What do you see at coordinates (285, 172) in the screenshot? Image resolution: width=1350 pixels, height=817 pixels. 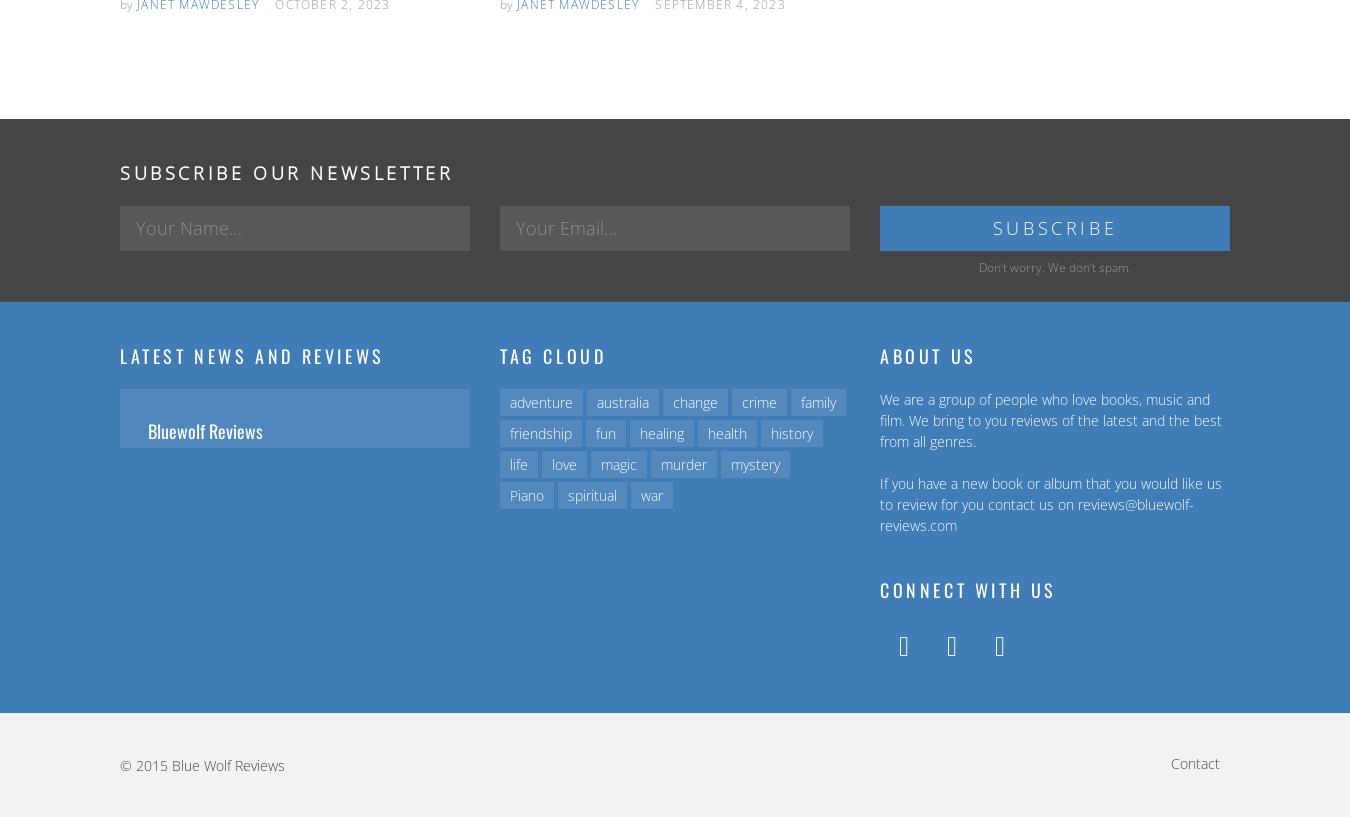 I see `'Subscribe Our Newsletter'` at bounding box center [285, 172].